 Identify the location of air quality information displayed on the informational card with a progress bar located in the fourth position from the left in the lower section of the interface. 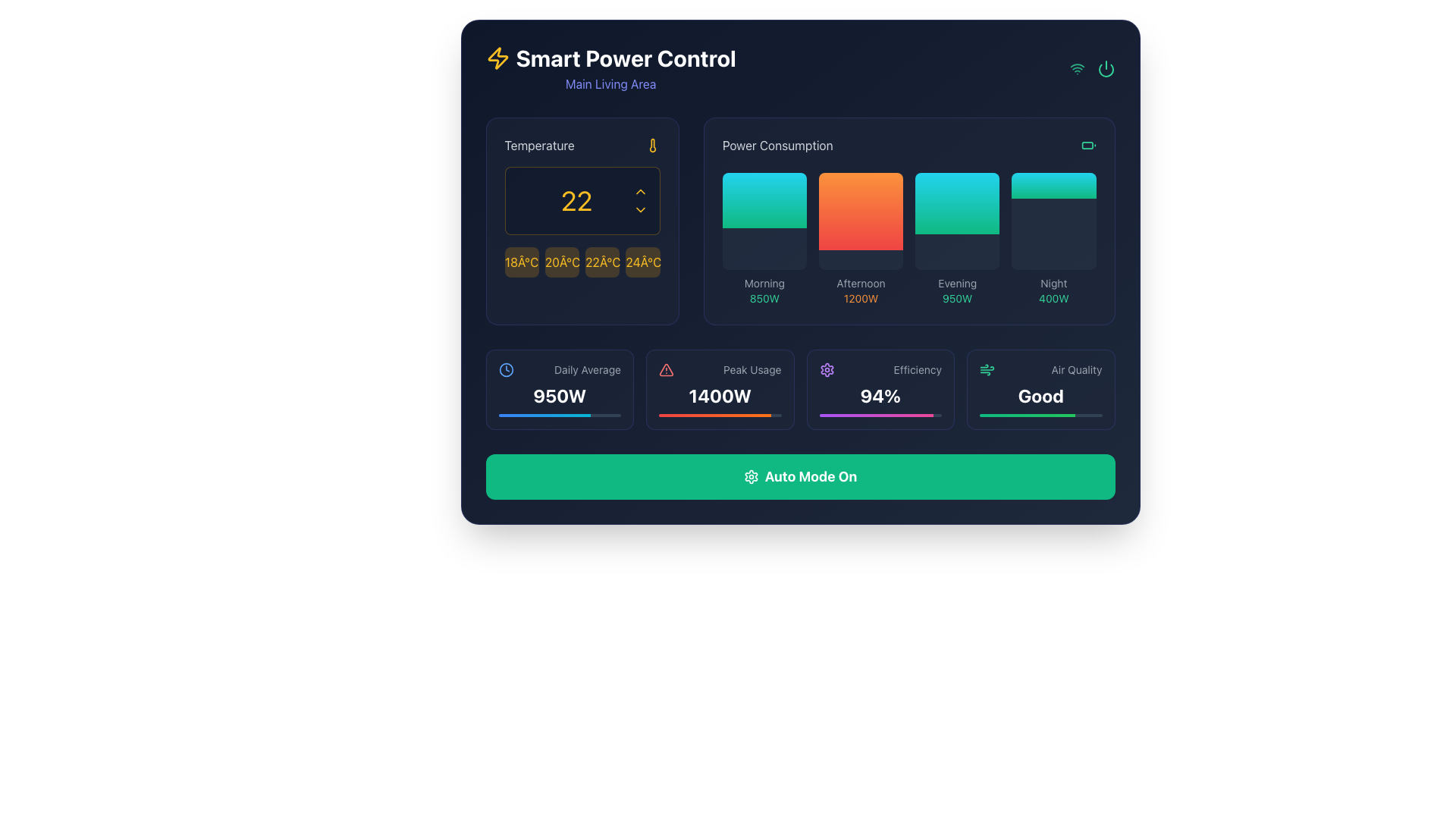
(1040, 388).